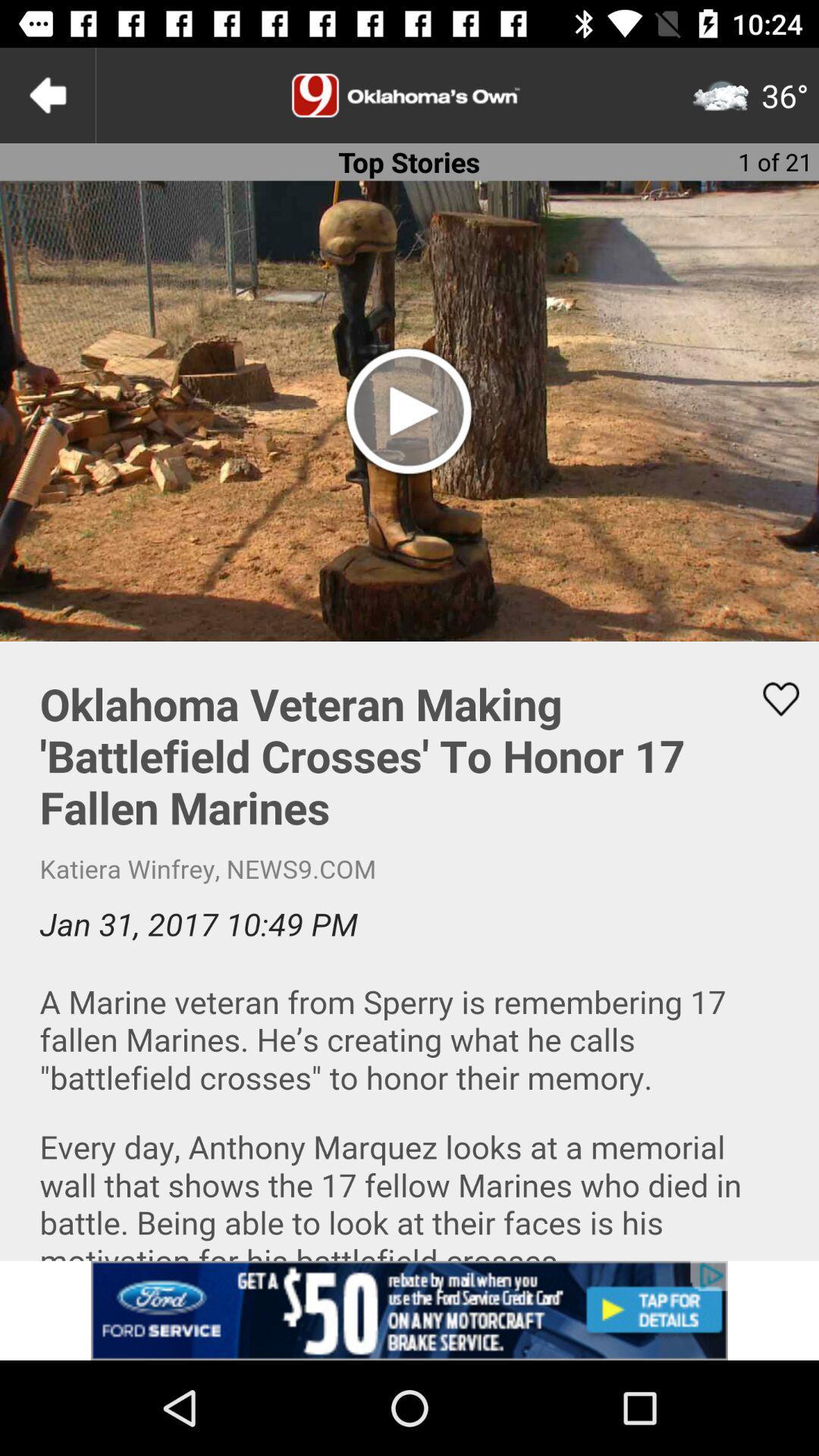 This screenshot has height=1456, width=819. What do you see at coordinates (46, 94) in the screenshot?
I see `the arrow_backward icon` at bounding box center [46, 94].